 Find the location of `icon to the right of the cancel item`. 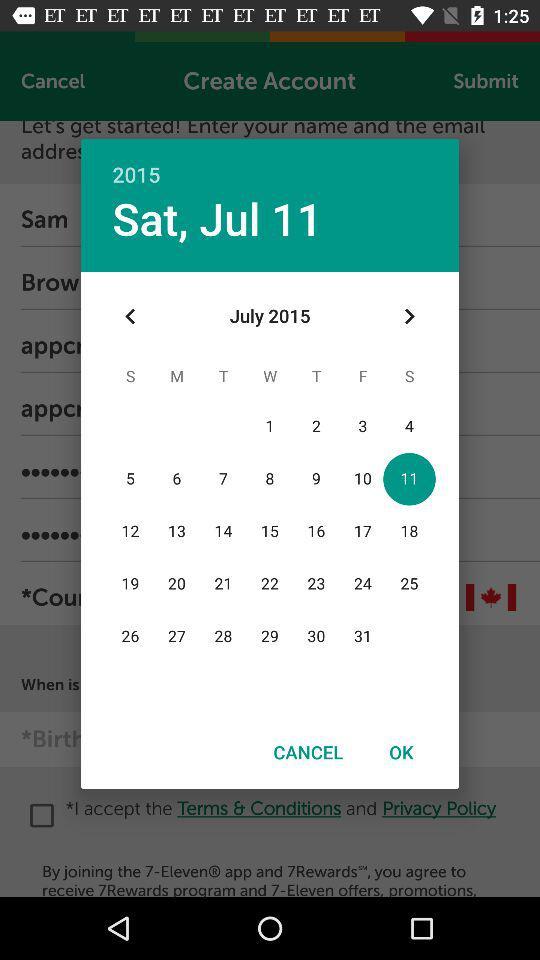

icon to the right of the cancel item is located at coordinates (401, 751).